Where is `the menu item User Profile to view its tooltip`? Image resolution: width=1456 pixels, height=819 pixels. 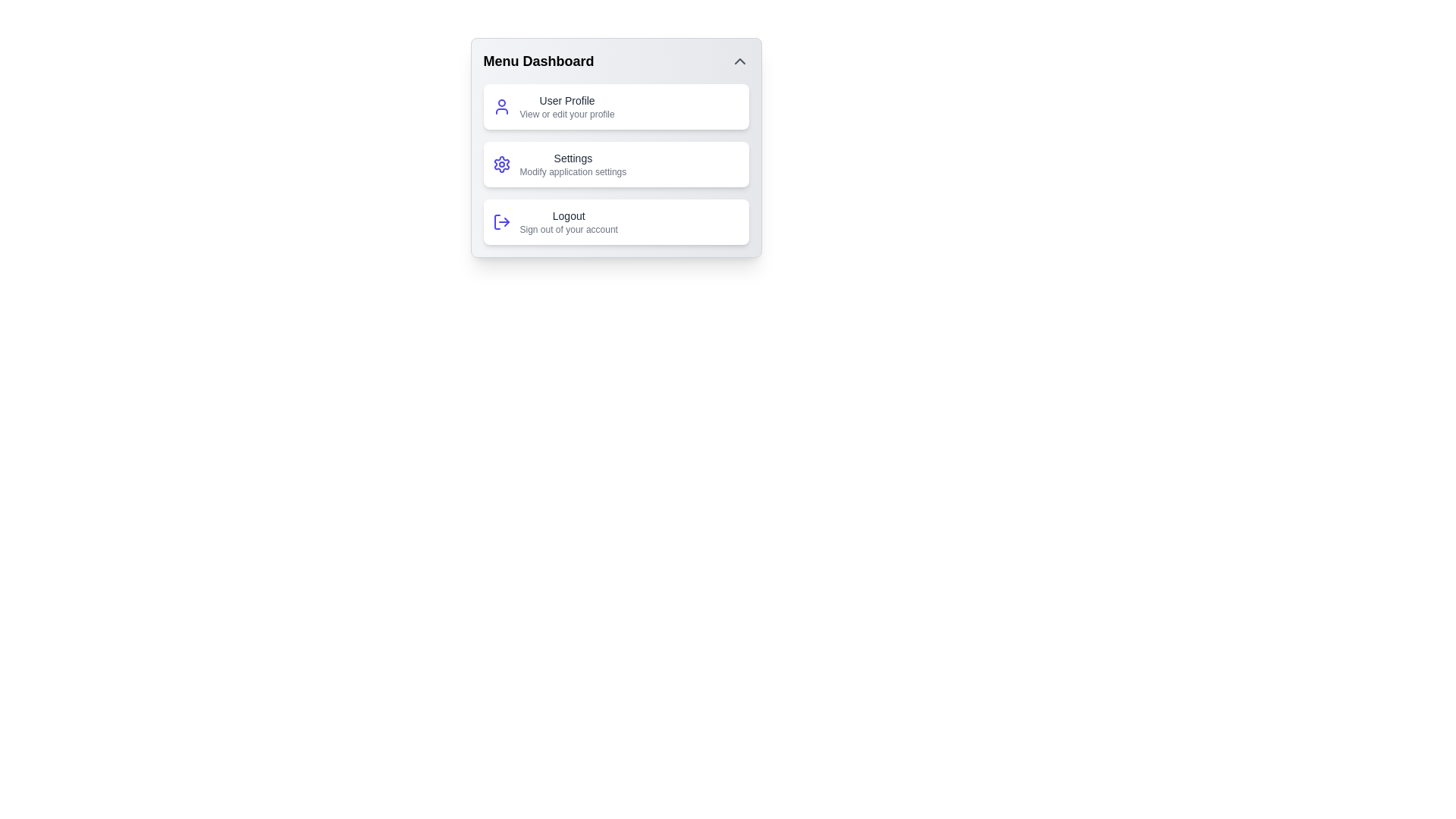 the menu item User Profile to view its tooltip is located at coordinates (616, 106).